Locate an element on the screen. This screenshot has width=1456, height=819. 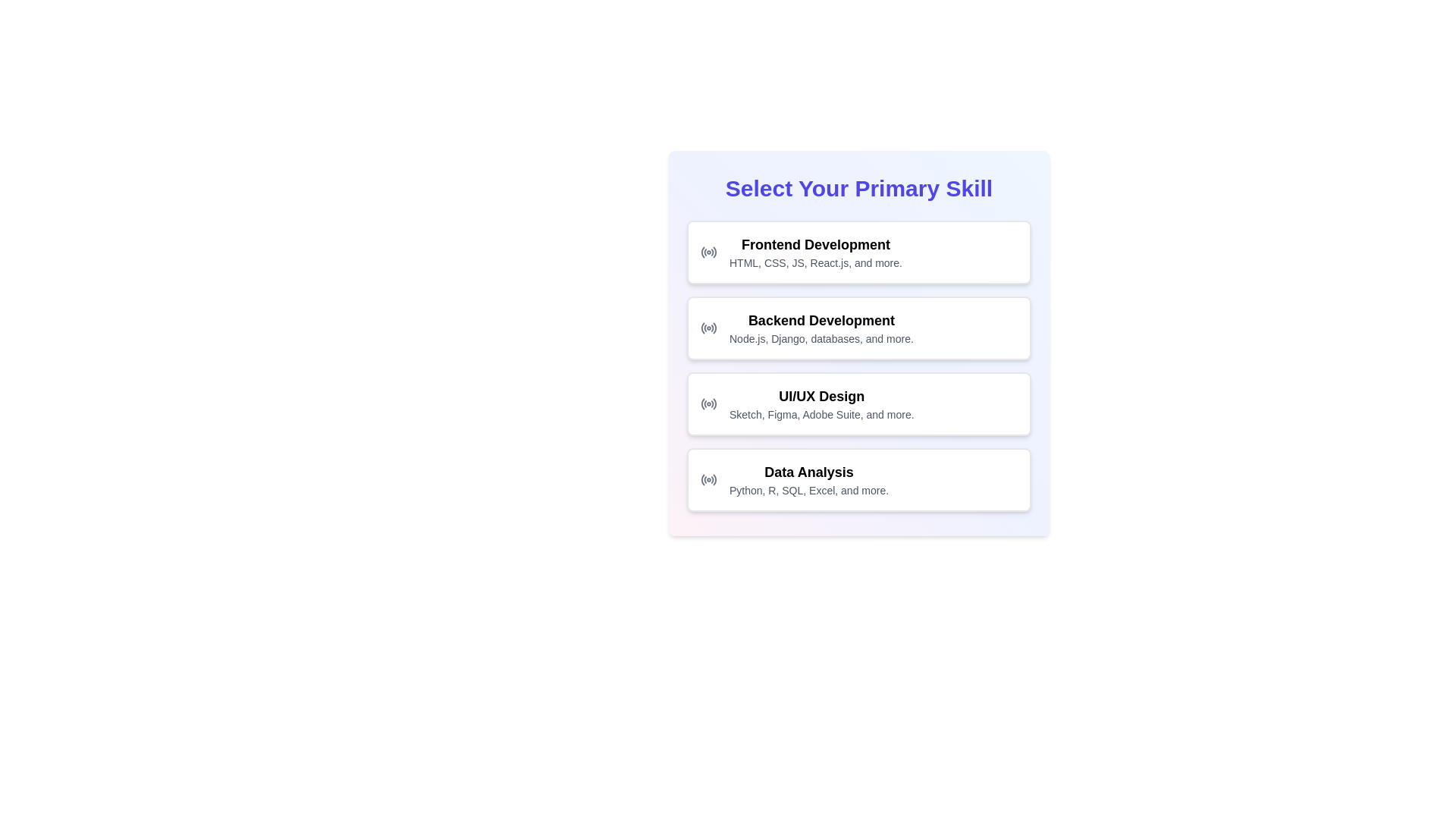
the light-gray text that reads 'Sketch, Figma, Adobe Suite, and more.' located directly below the 'UI/UX Design' heading in the third selectable card is located at coordinates (821, 415).